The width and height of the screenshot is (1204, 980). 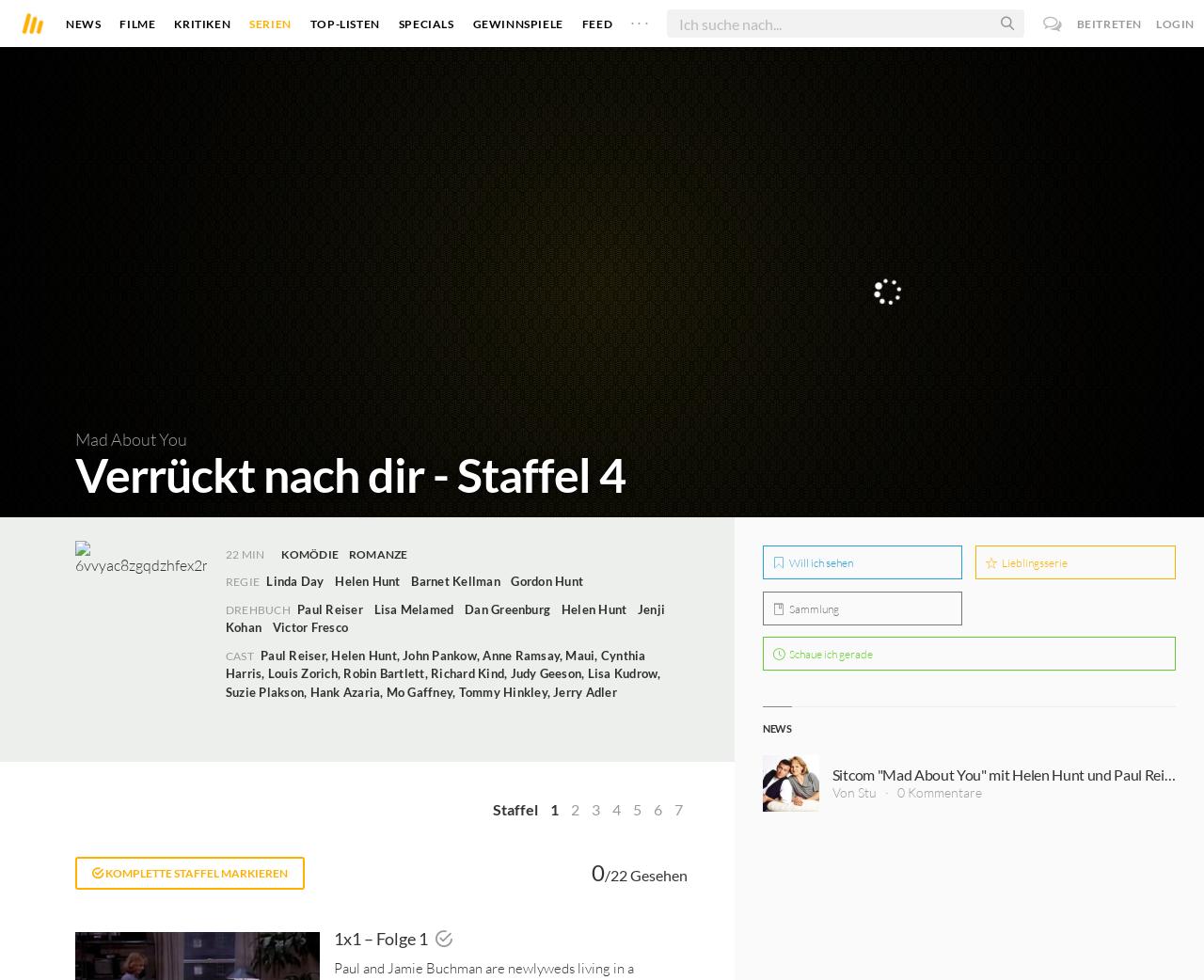 What do you see at coordinates (595, 22) in the screenshot?
I see `'Feed'` at bounding box center [595, 22].